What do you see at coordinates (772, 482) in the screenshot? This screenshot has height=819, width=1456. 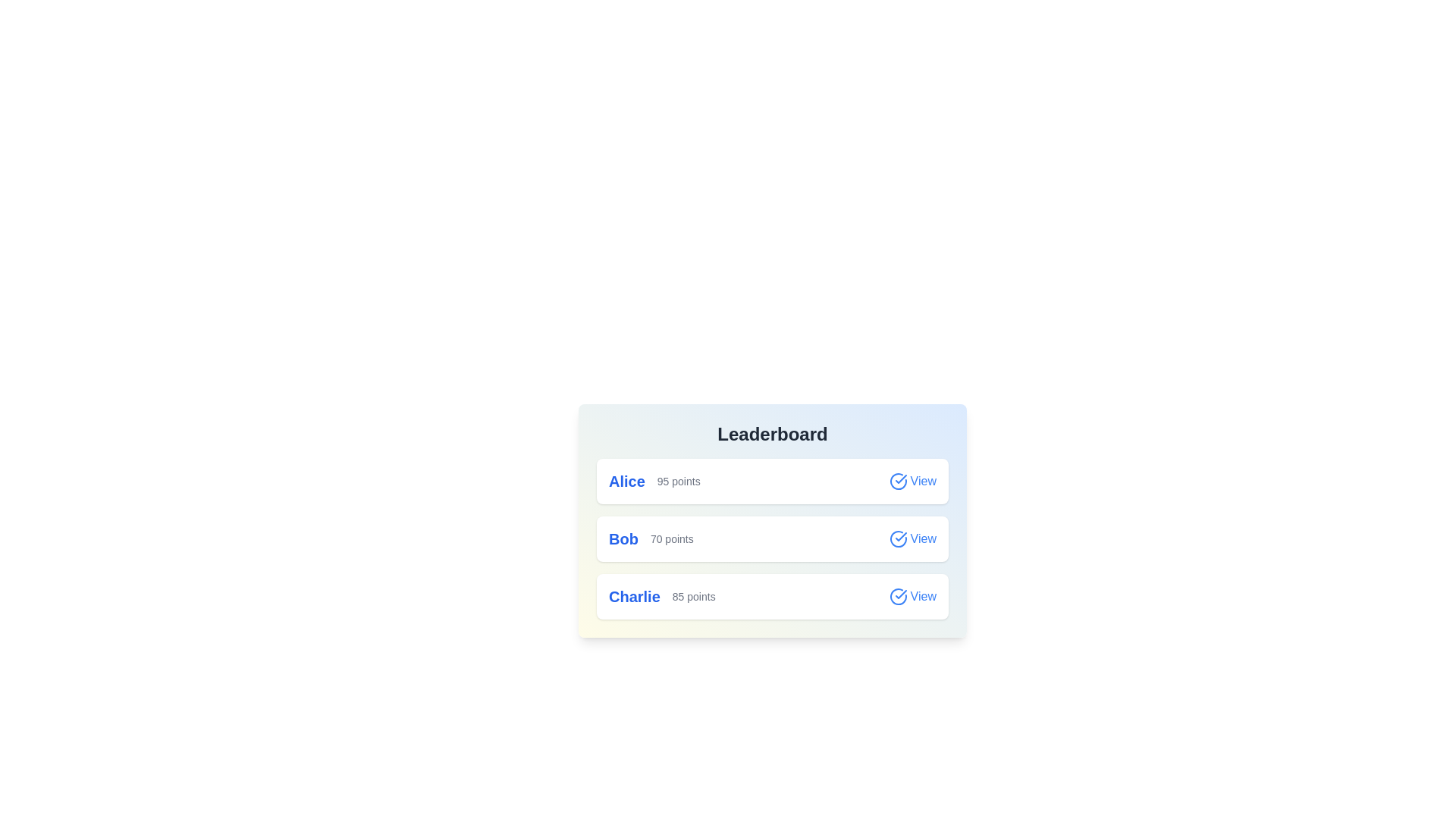 I see `the card of participant Alice to observe the scaling effect` at bounding box center [772, 482].